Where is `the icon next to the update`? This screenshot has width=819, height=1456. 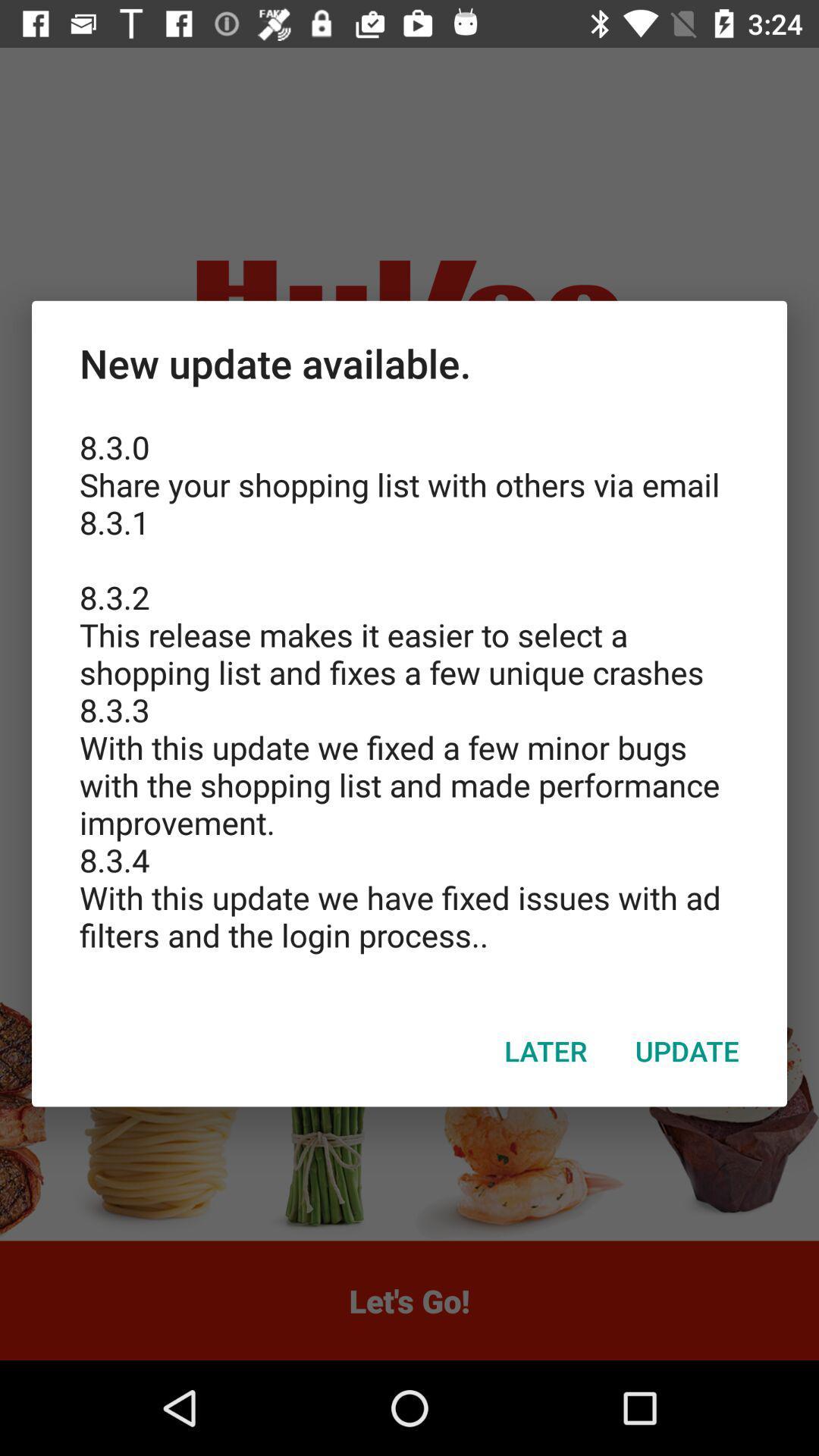
the icon next to the update is located at coordinates (546, 1050).